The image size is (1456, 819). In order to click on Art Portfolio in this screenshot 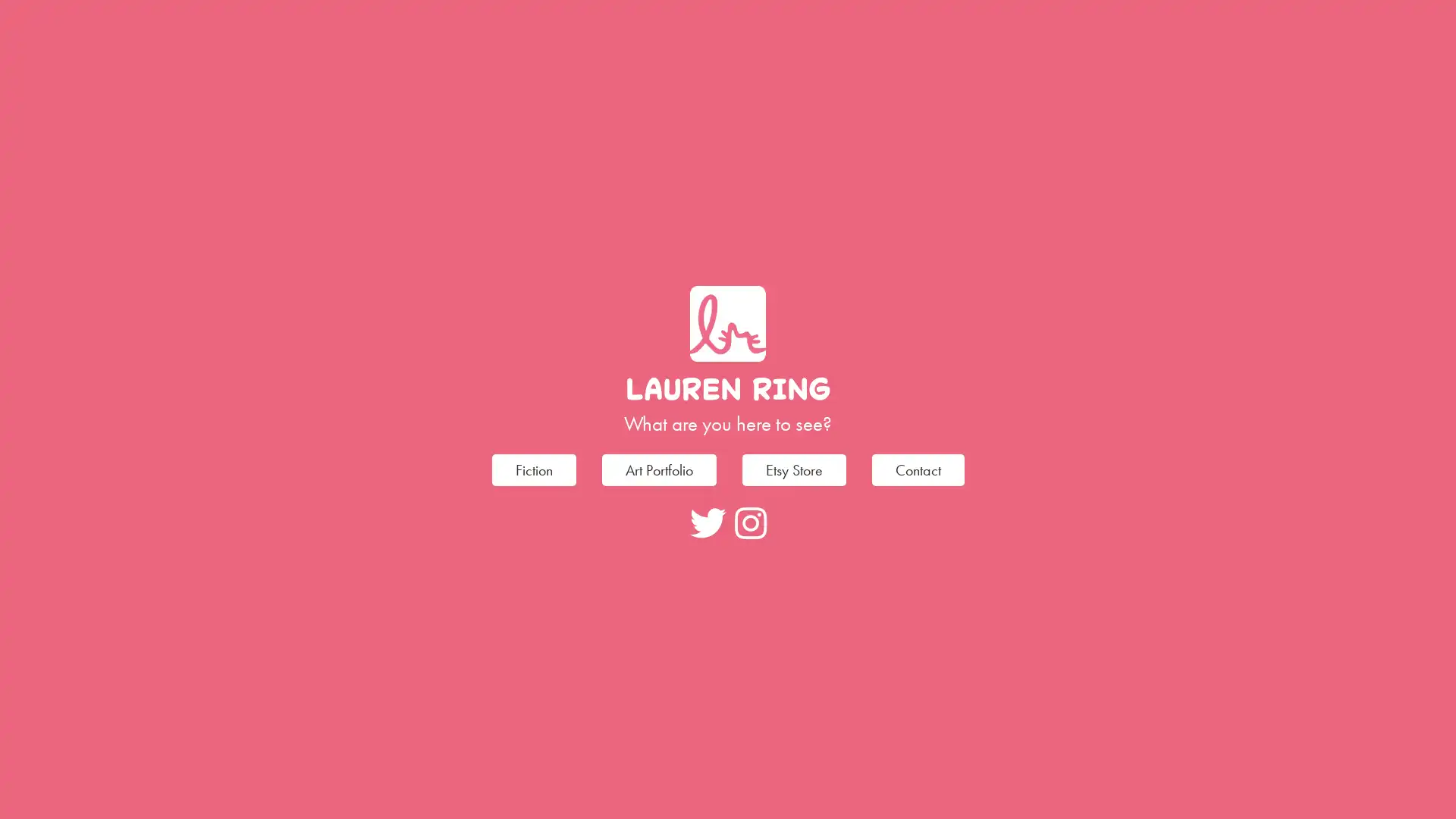, I will do `click(658, 468)`.